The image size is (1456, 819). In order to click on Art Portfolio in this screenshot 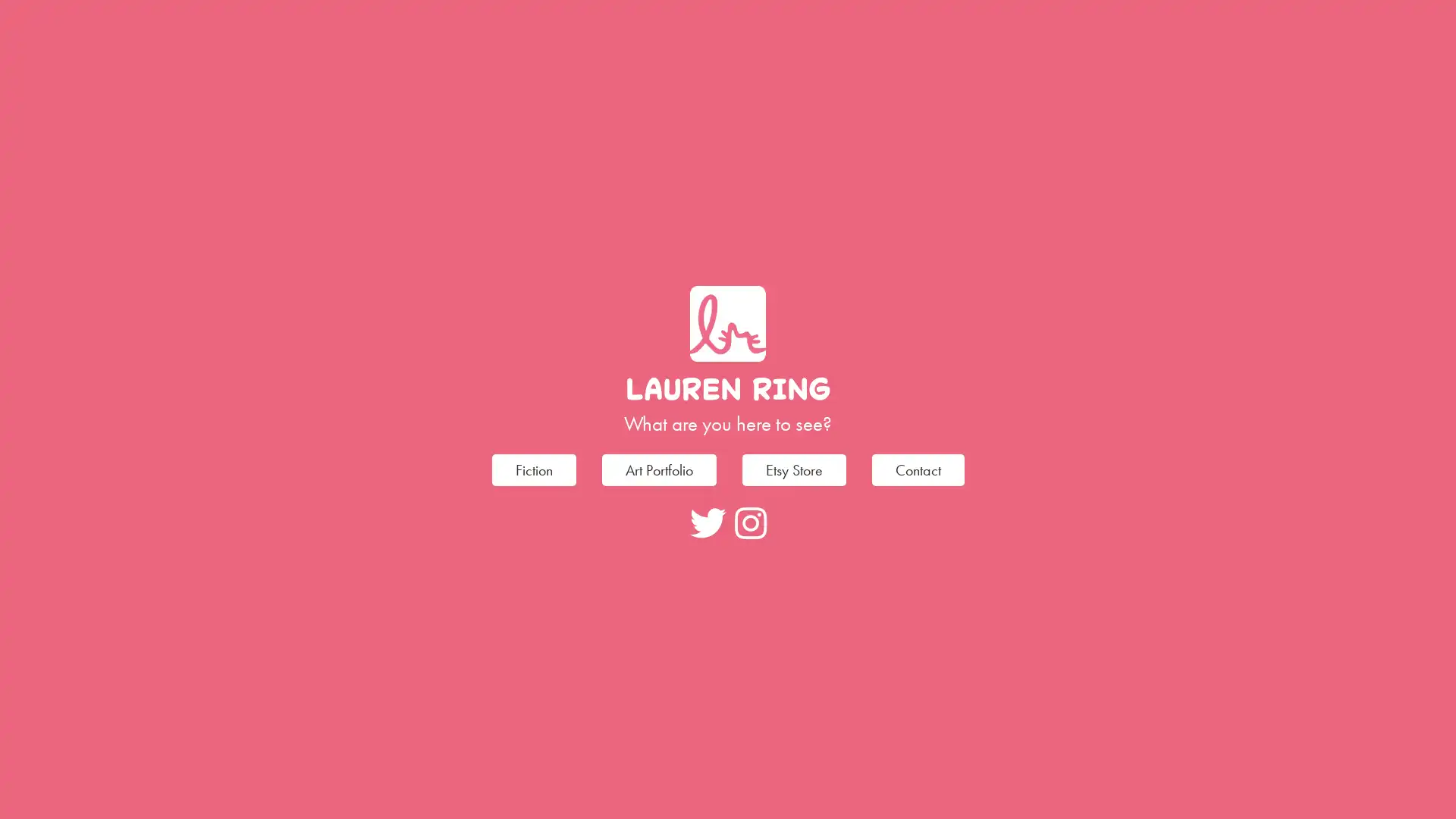, I will do `click(658, 468)`.